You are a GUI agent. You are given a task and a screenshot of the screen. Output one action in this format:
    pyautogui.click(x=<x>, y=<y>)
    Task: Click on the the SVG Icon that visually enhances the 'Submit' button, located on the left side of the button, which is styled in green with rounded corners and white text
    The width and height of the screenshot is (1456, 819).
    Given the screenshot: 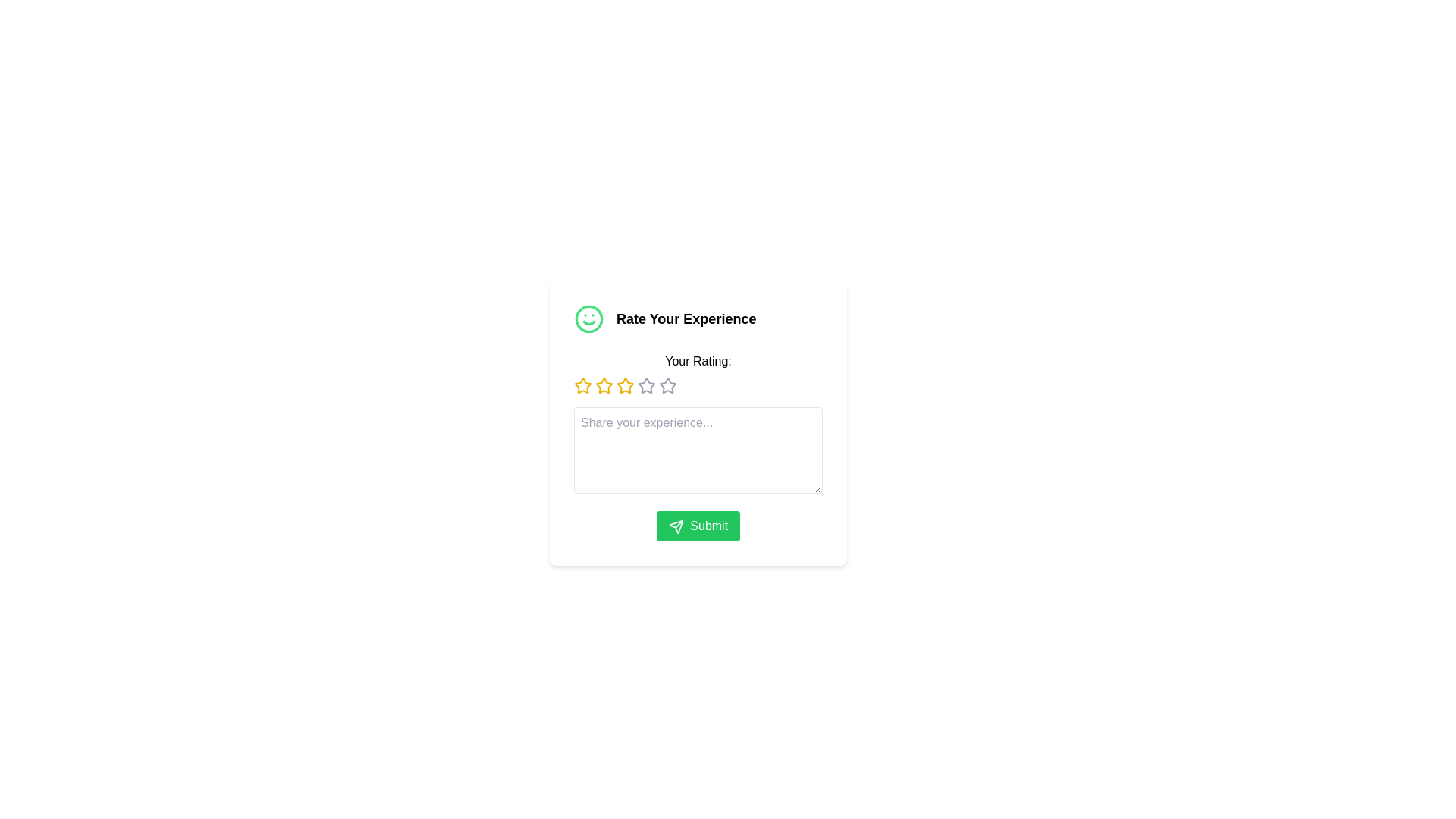 What is the action you would take?
    pyautogui.click(x=675, y=526)
    